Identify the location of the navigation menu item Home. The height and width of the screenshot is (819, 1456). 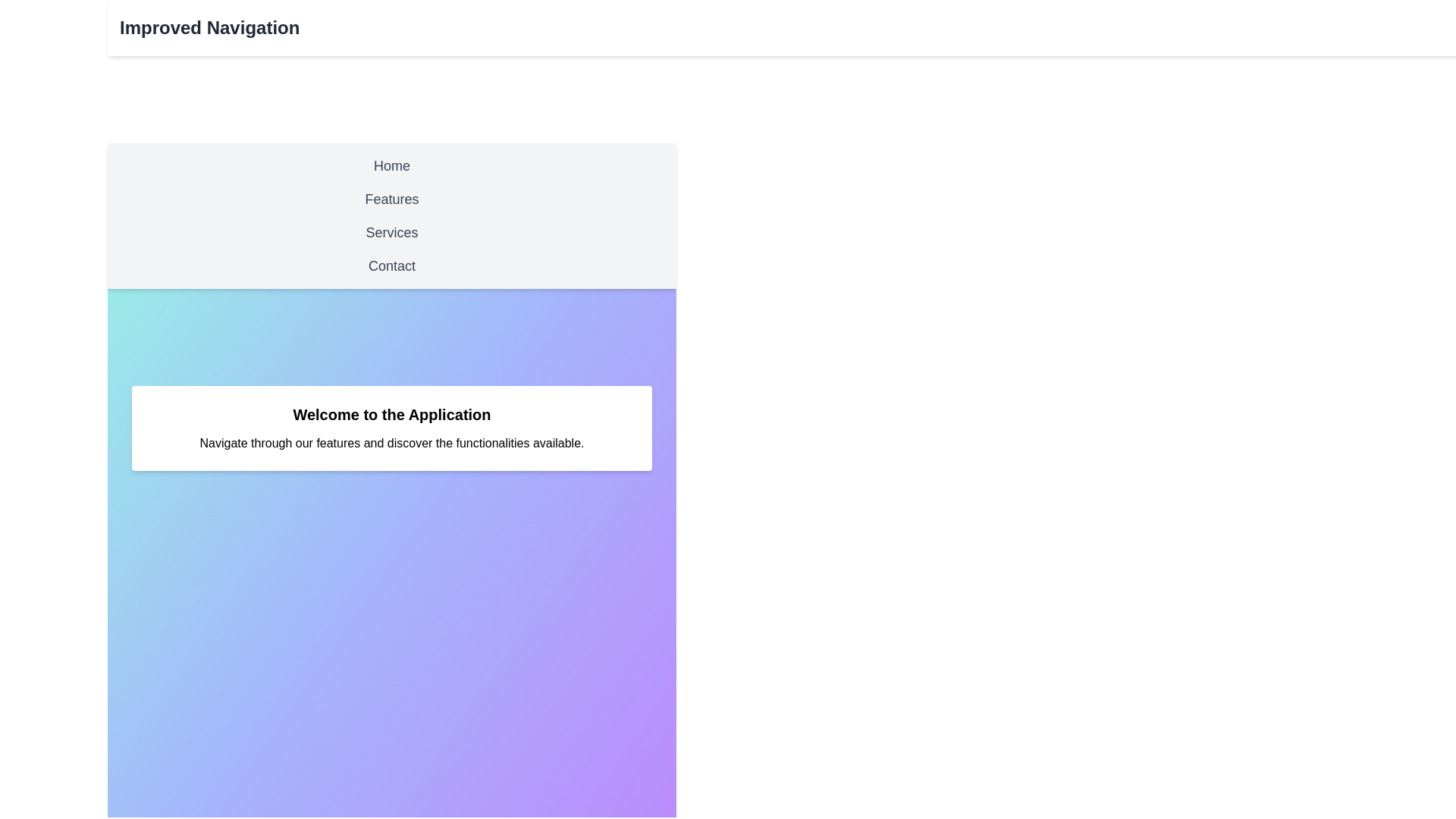
(392, 166).